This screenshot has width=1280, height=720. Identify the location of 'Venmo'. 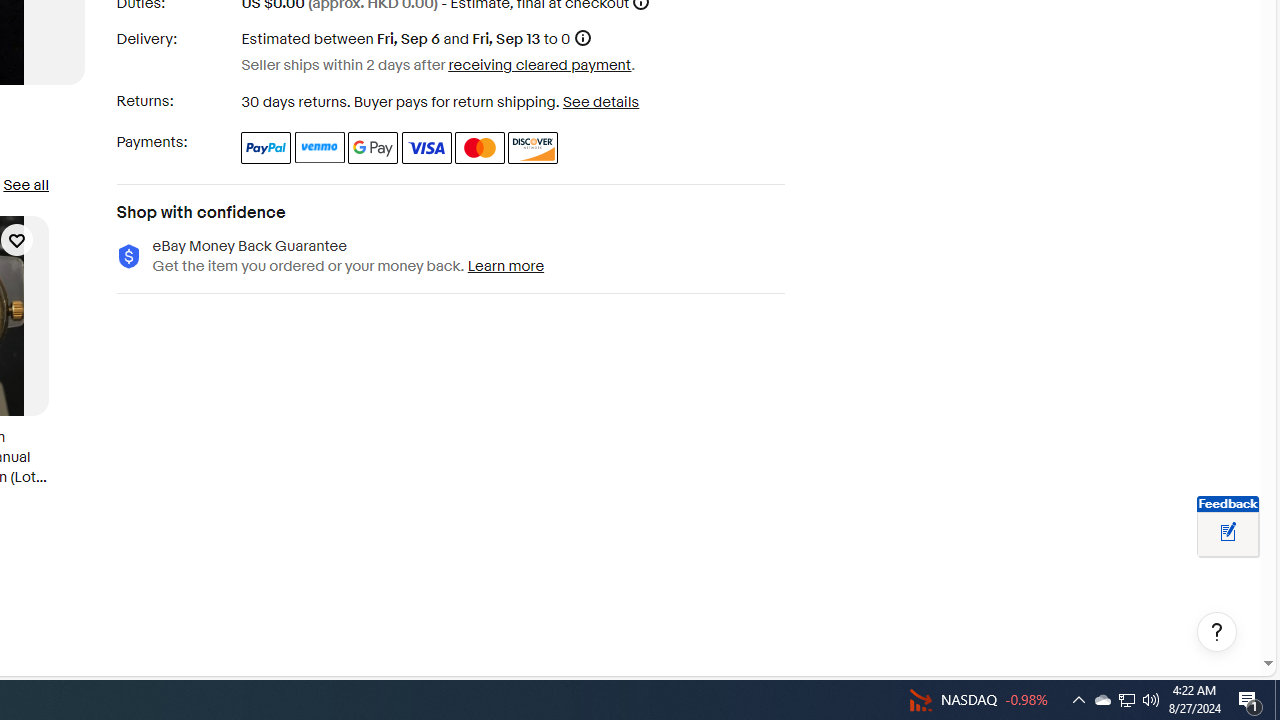
(320, 146).